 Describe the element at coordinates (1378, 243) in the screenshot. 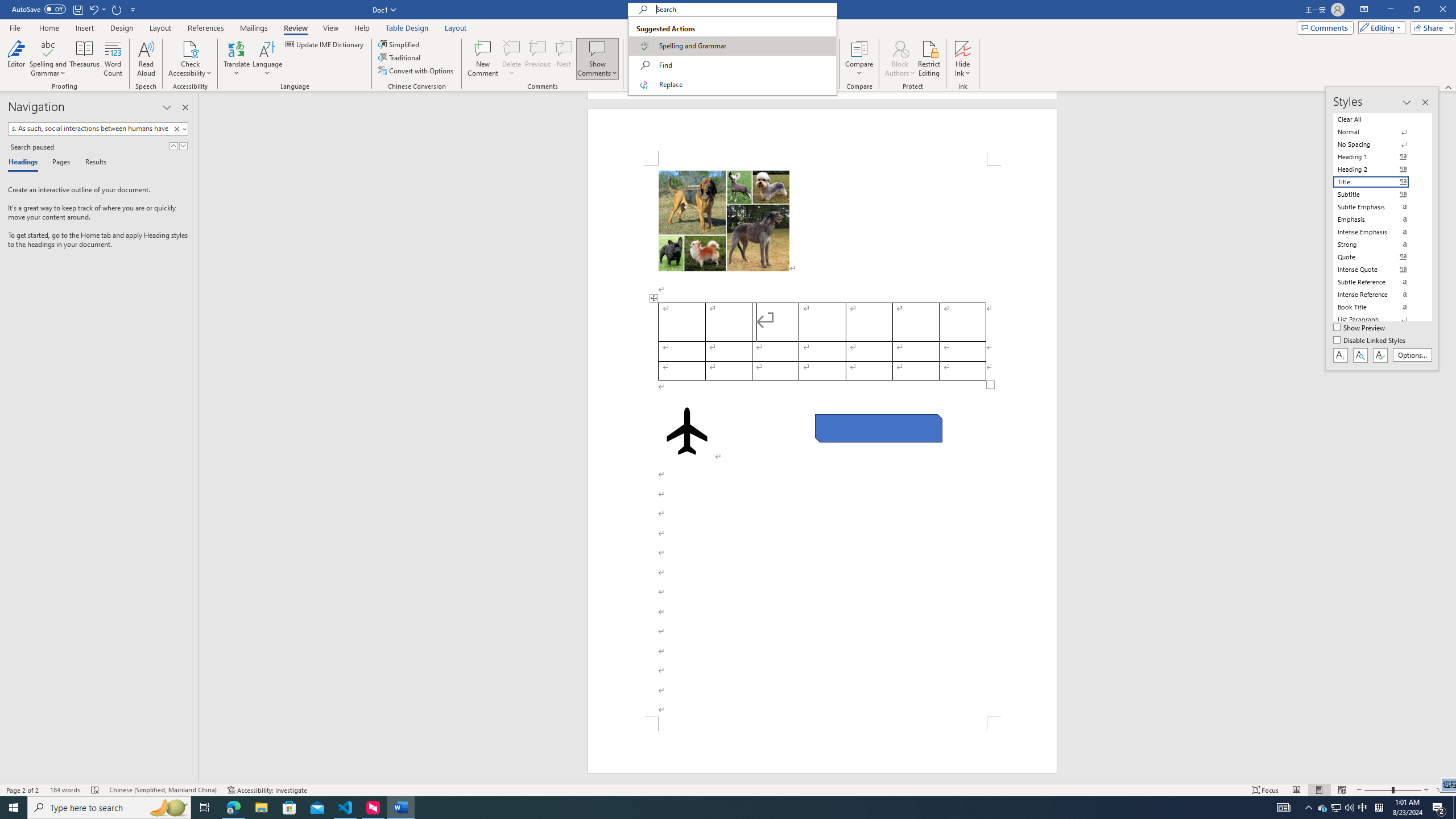

I see `'Strong'` at that location.